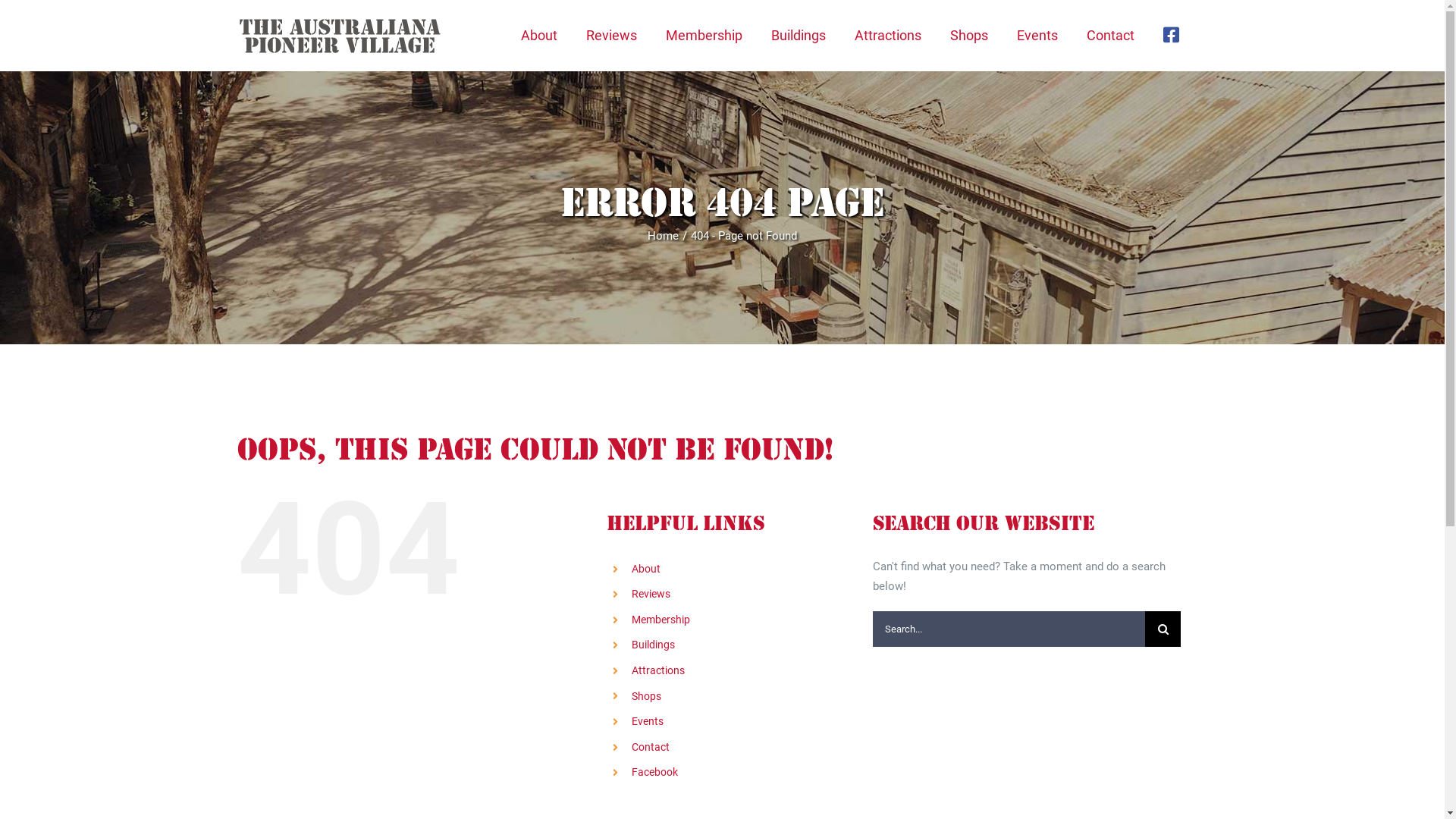  Describe the element at coordinates (646, 696) in the screenshot. I see `'Shops'` at that location.